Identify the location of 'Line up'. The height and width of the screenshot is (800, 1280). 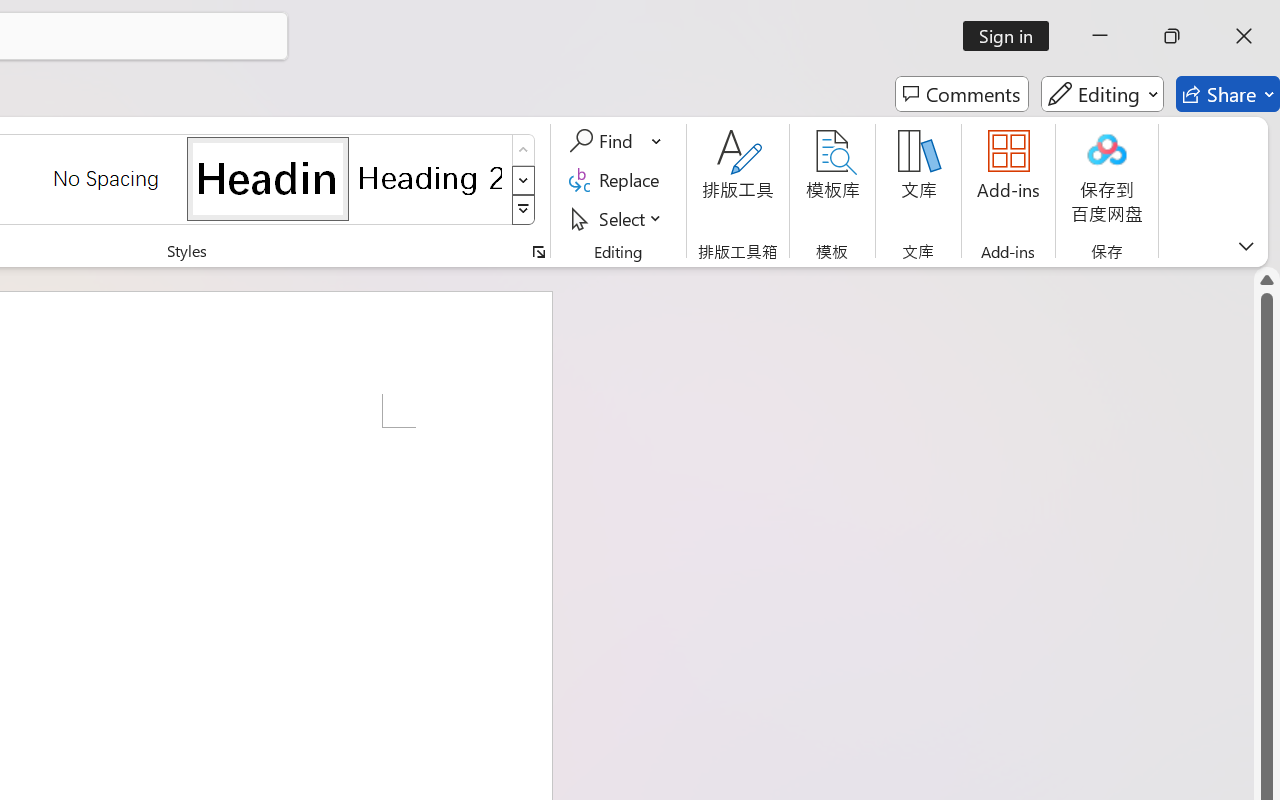
(1266, 280).